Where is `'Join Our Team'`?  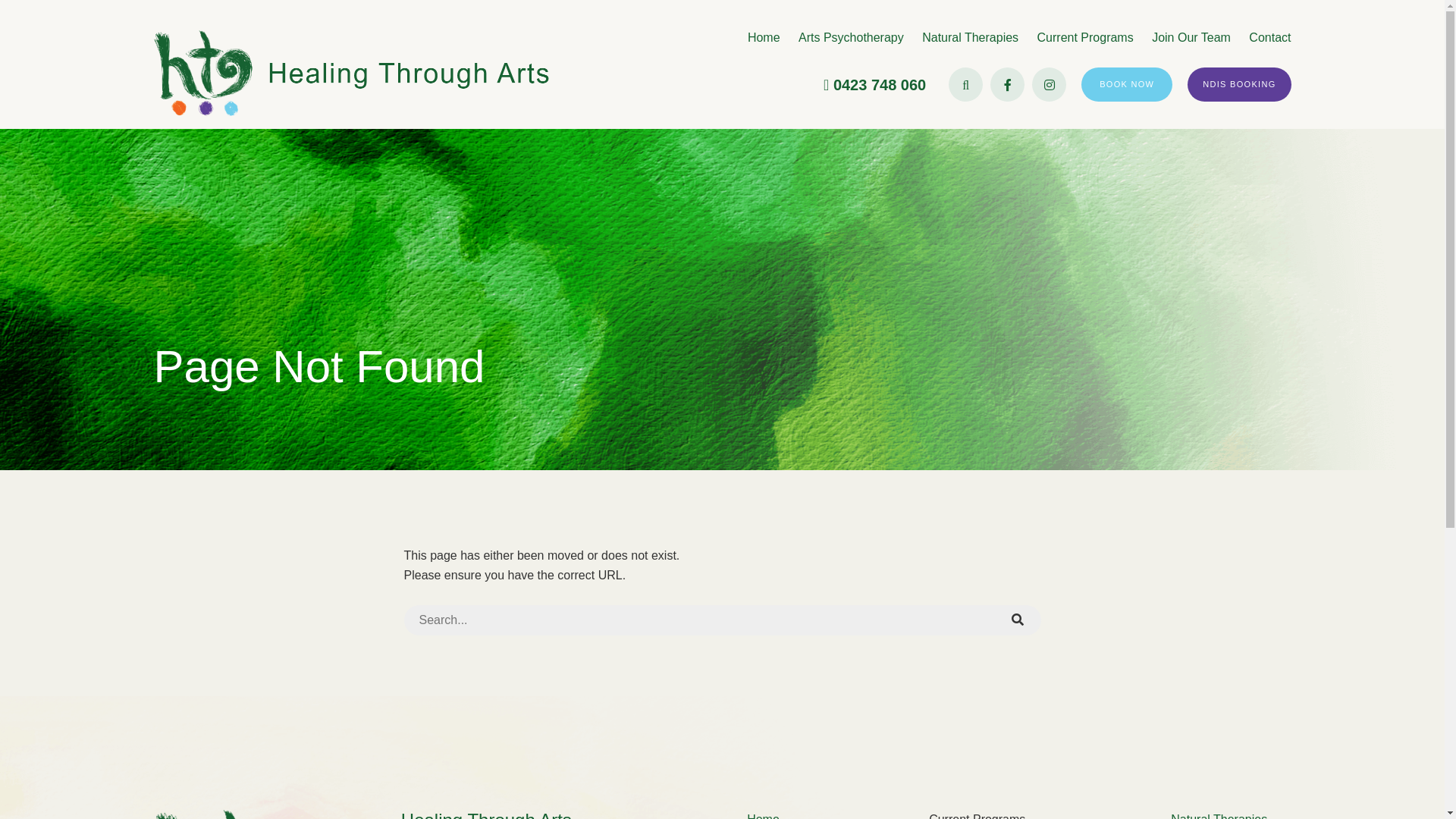 'Join Our Team' is located at coordinates (1190, 36).